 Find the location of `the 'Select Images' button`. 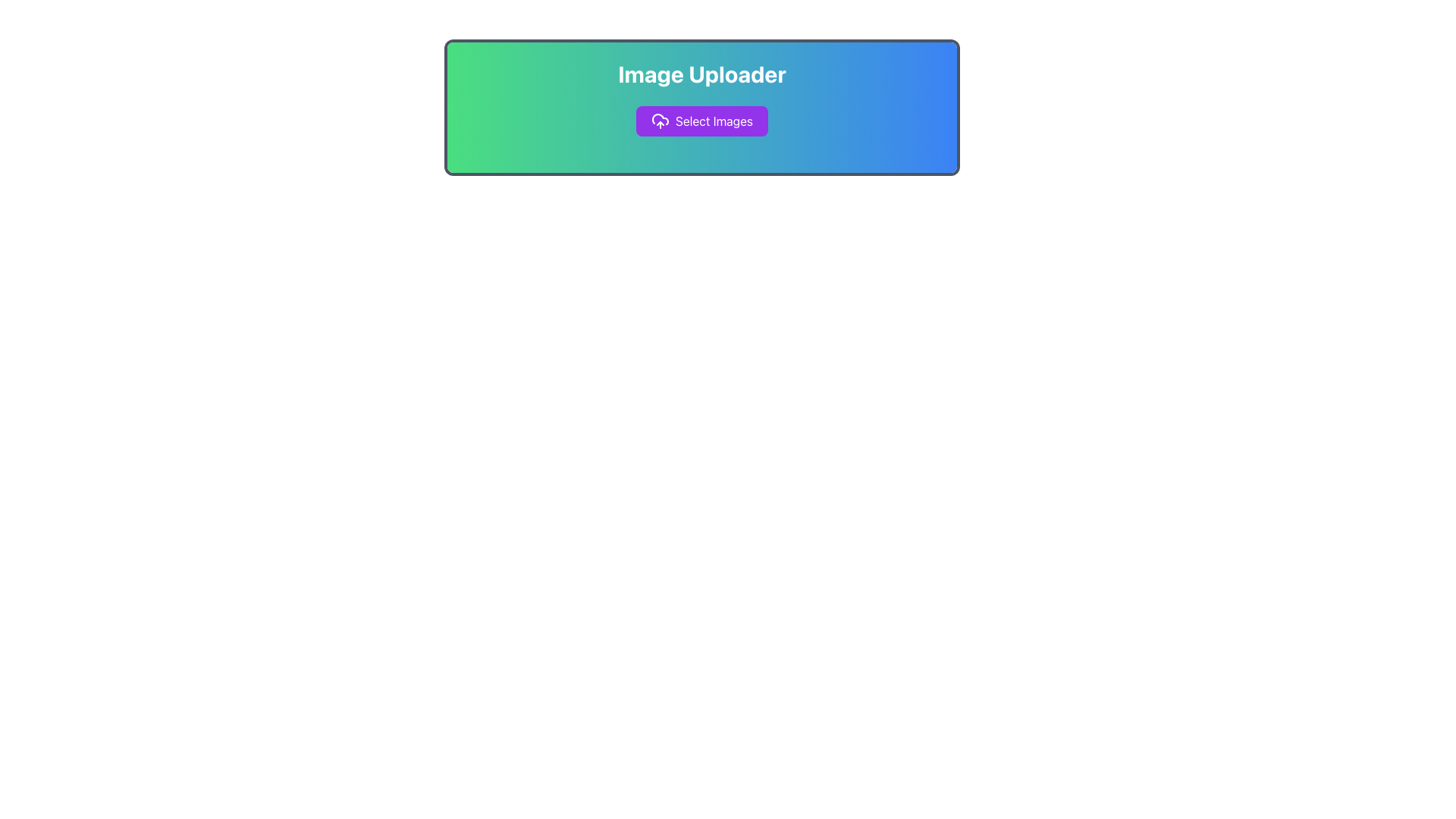

the 'Select Images' button is located at coordinates (701, 120).